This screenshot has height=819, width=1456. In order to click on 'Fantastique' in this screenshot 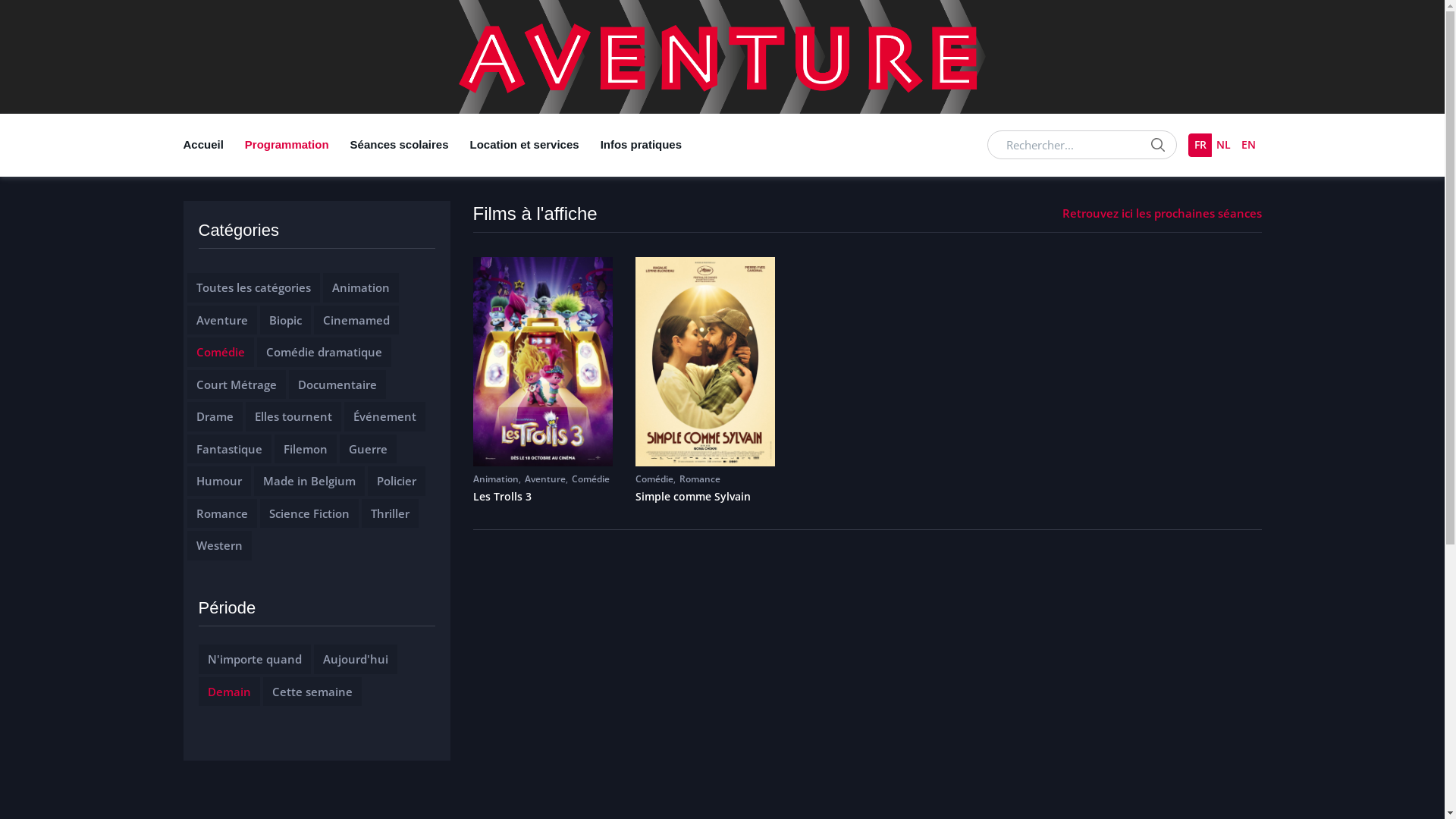, I will do `click(227, 447)`.